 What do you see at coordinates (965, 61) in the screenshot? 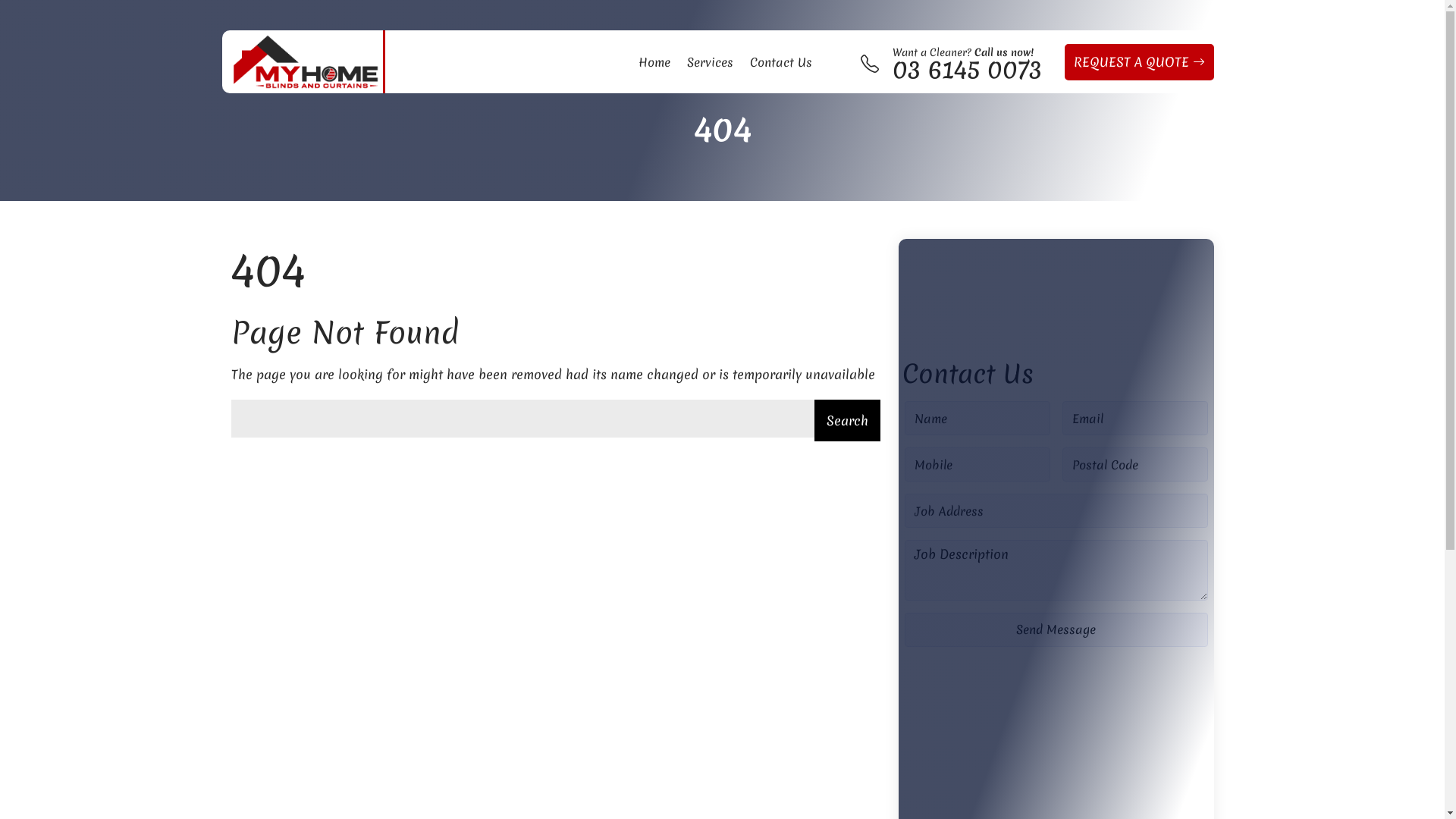
I see `'Want a Cleaner? Call us now!` at bounding box center [965, 61].